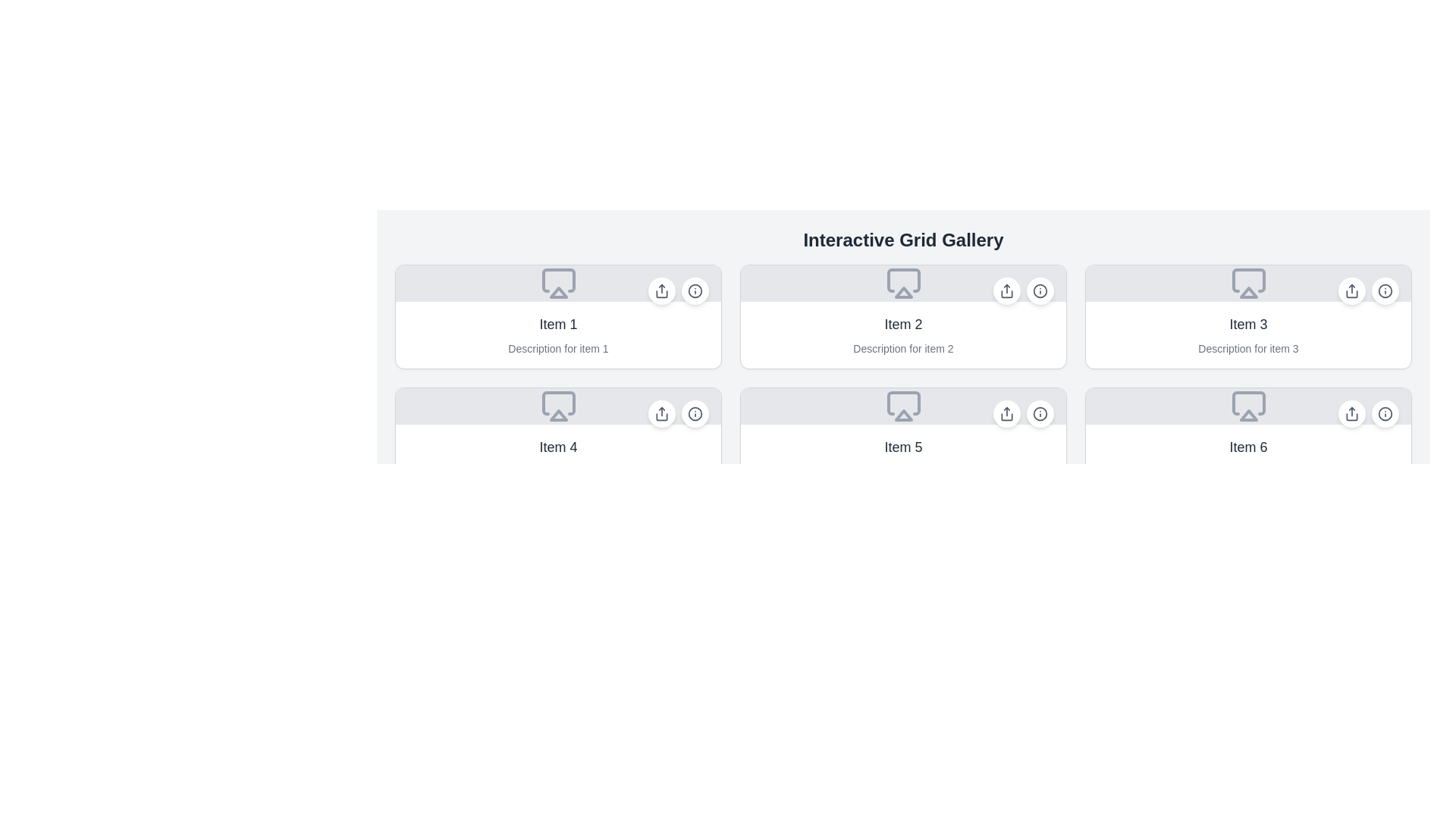  What do you see at coordinates (903, 406) in the screenshot?
I see `the Vector icon representing the AirPlay feature, which is part of the fifth item in the 'Interactive Grid Gallery' layout, positioned above the label 'Item 5'` at bounding box center [903, 406].